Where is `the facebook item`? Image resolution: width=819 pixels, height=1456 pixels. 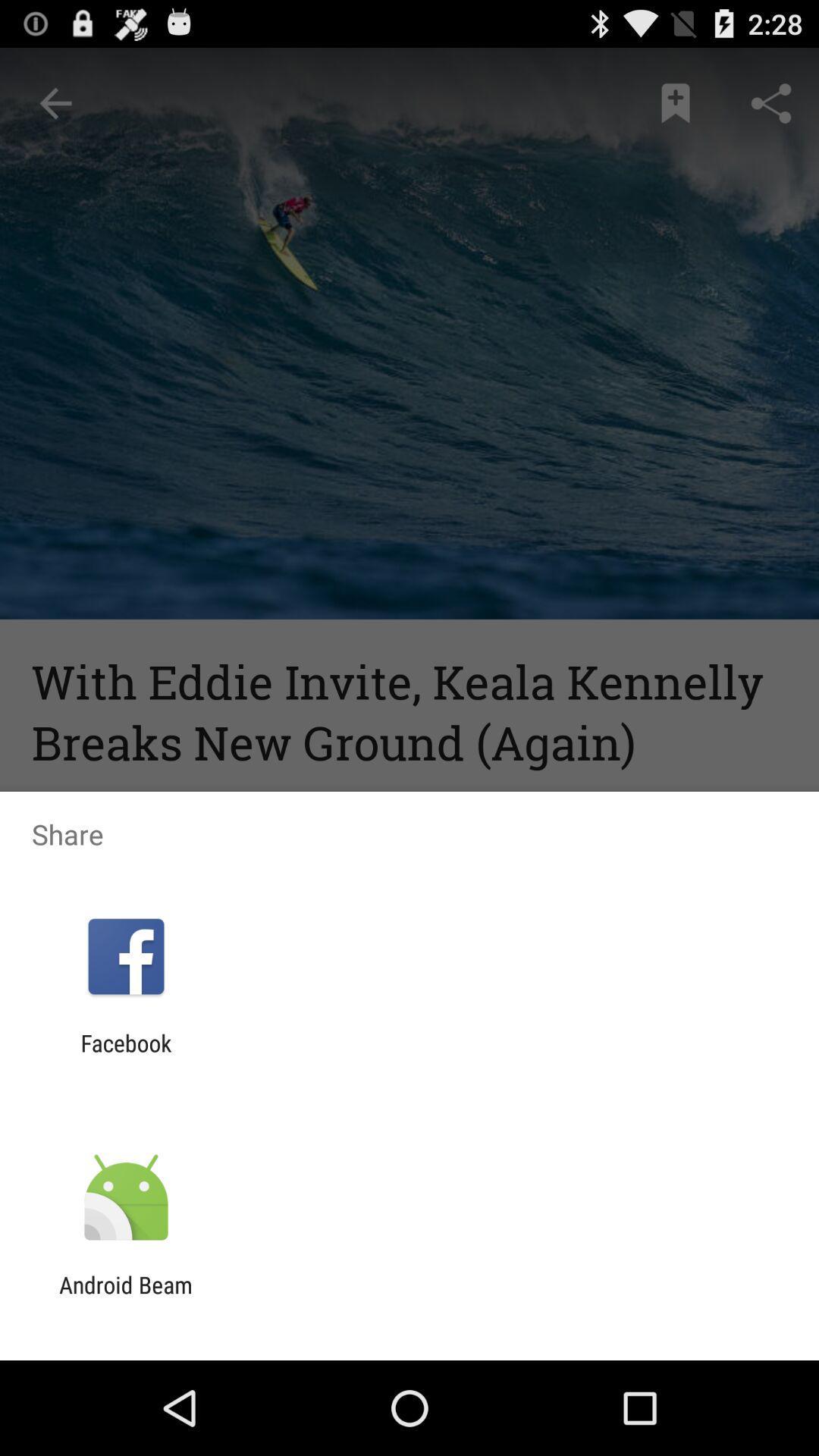 the facebook item is located at coordinates (125, 1056).